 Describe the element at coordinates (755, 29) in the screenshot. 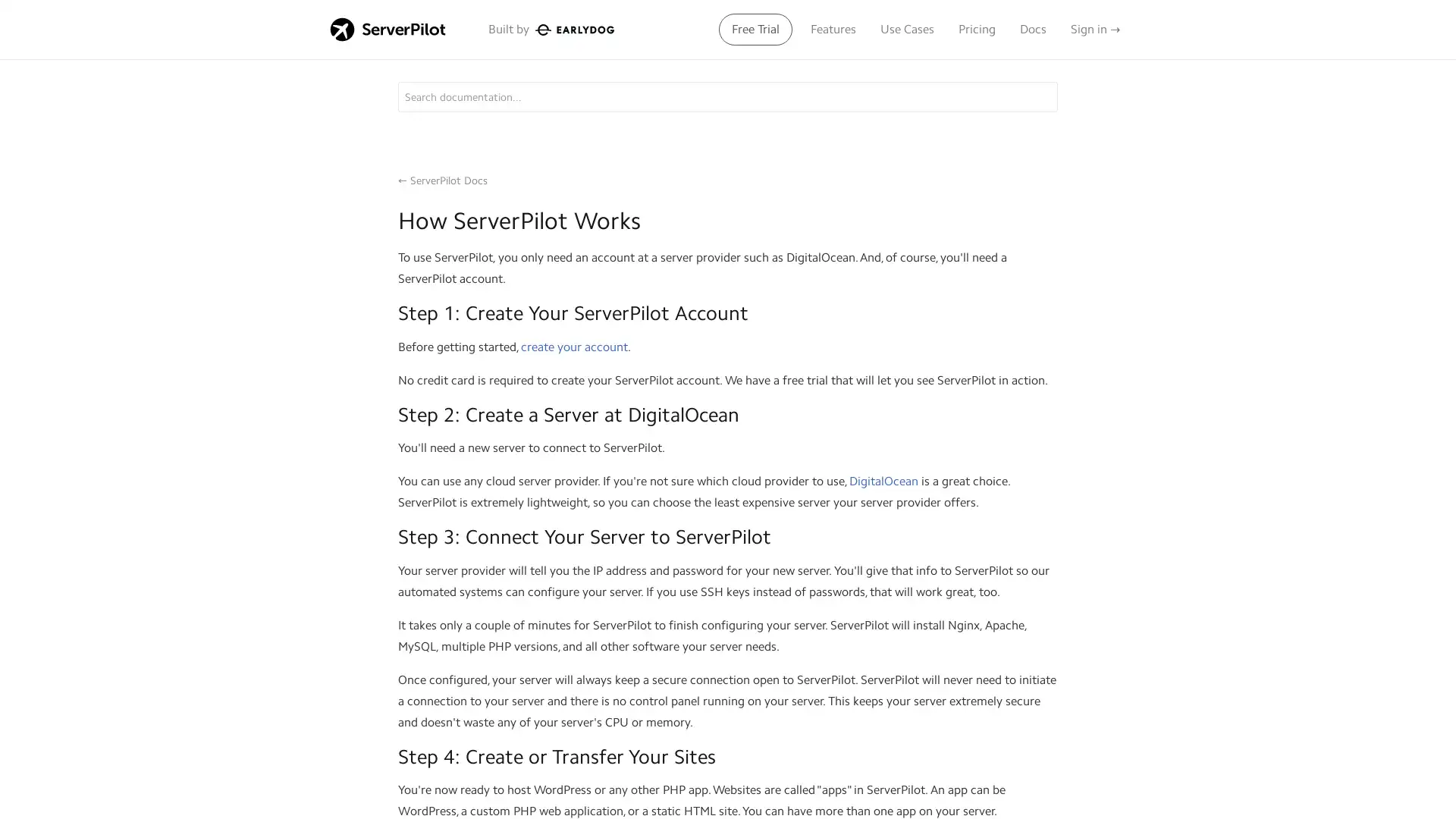

I see `Free Trial` at that location.